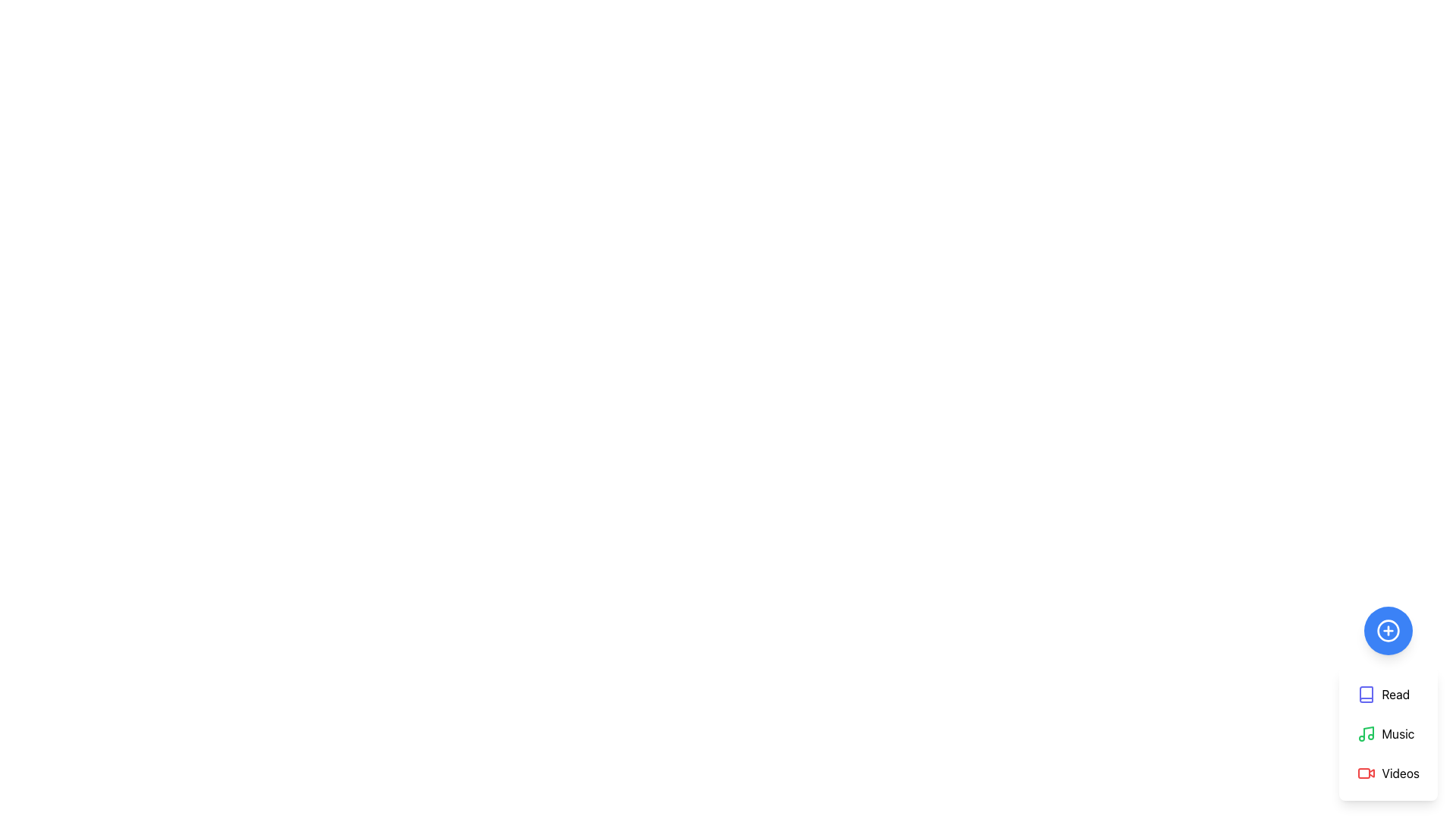 The image size is (1456, 819). Describe the element at coordinates (1397, 733) in the screenshot. I see `the text label associated with the music menu item located in the third position of the vertical menu` at that location.